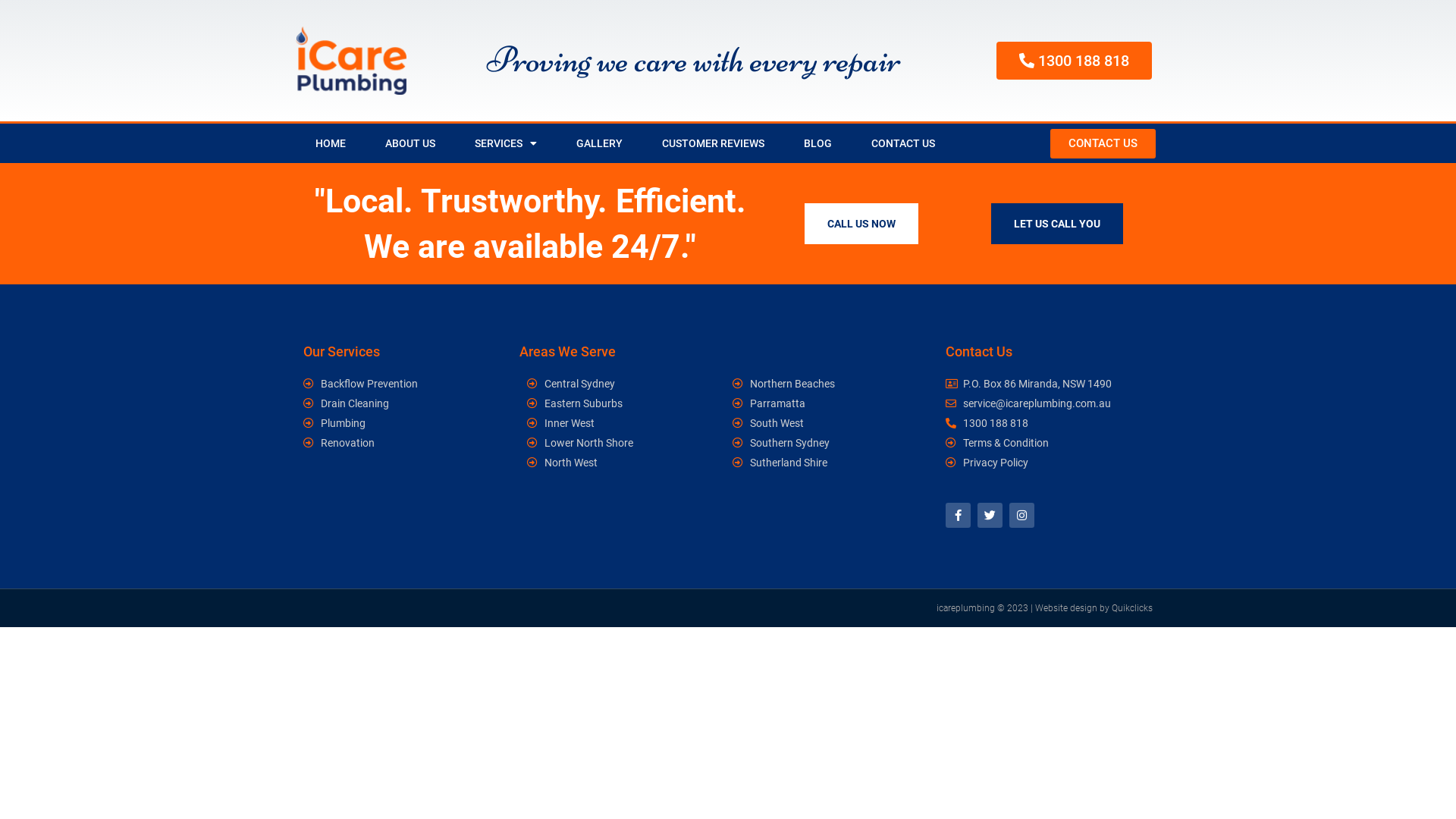 This screenshot has height=819, width=1456. Describe the element at coordinates (1045, 461) in the screenshot. I see `'Privacy Policy'` at that location.